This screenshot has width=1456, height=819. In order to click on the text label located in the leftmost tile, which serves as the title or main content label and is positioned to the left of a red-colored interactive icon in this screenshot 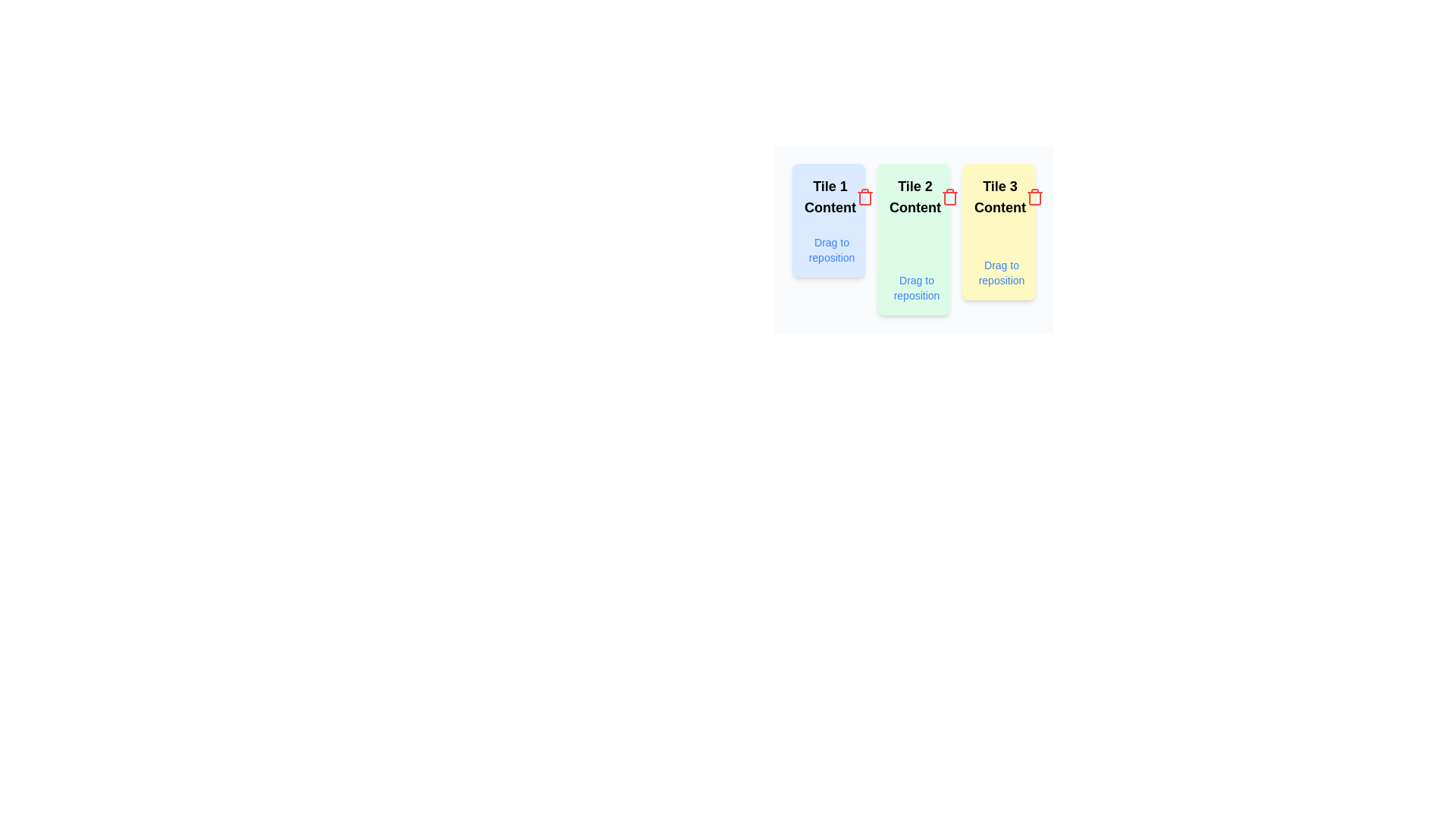, I will do `click(829, 196)`.